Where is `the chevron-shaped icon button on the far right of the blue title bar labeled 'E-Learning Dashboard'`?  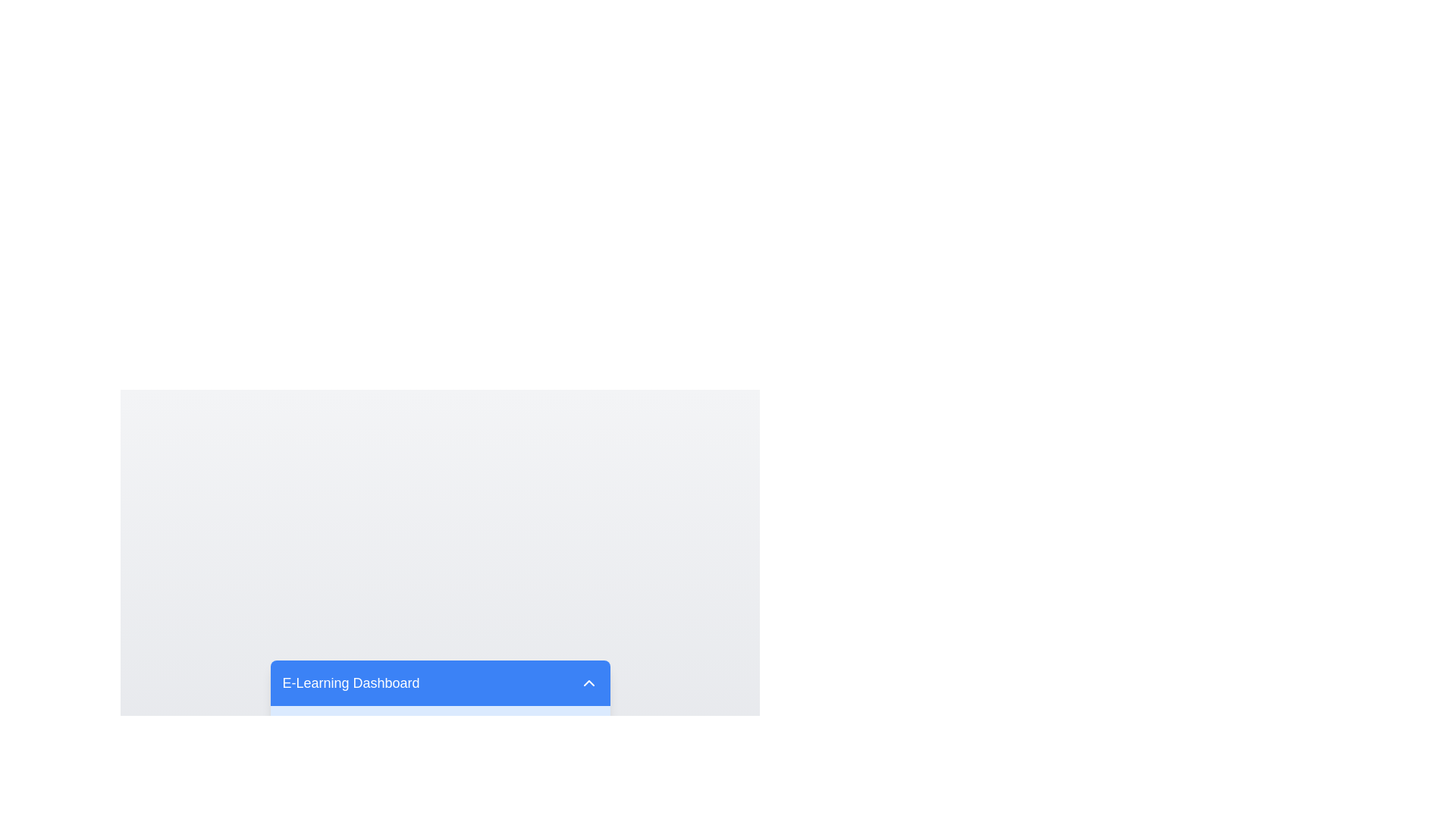
the chevron-shaped icon button on the far right of the blue title bar labeled 'E-Learning Dashboard' is located at coordinates (588, 683).